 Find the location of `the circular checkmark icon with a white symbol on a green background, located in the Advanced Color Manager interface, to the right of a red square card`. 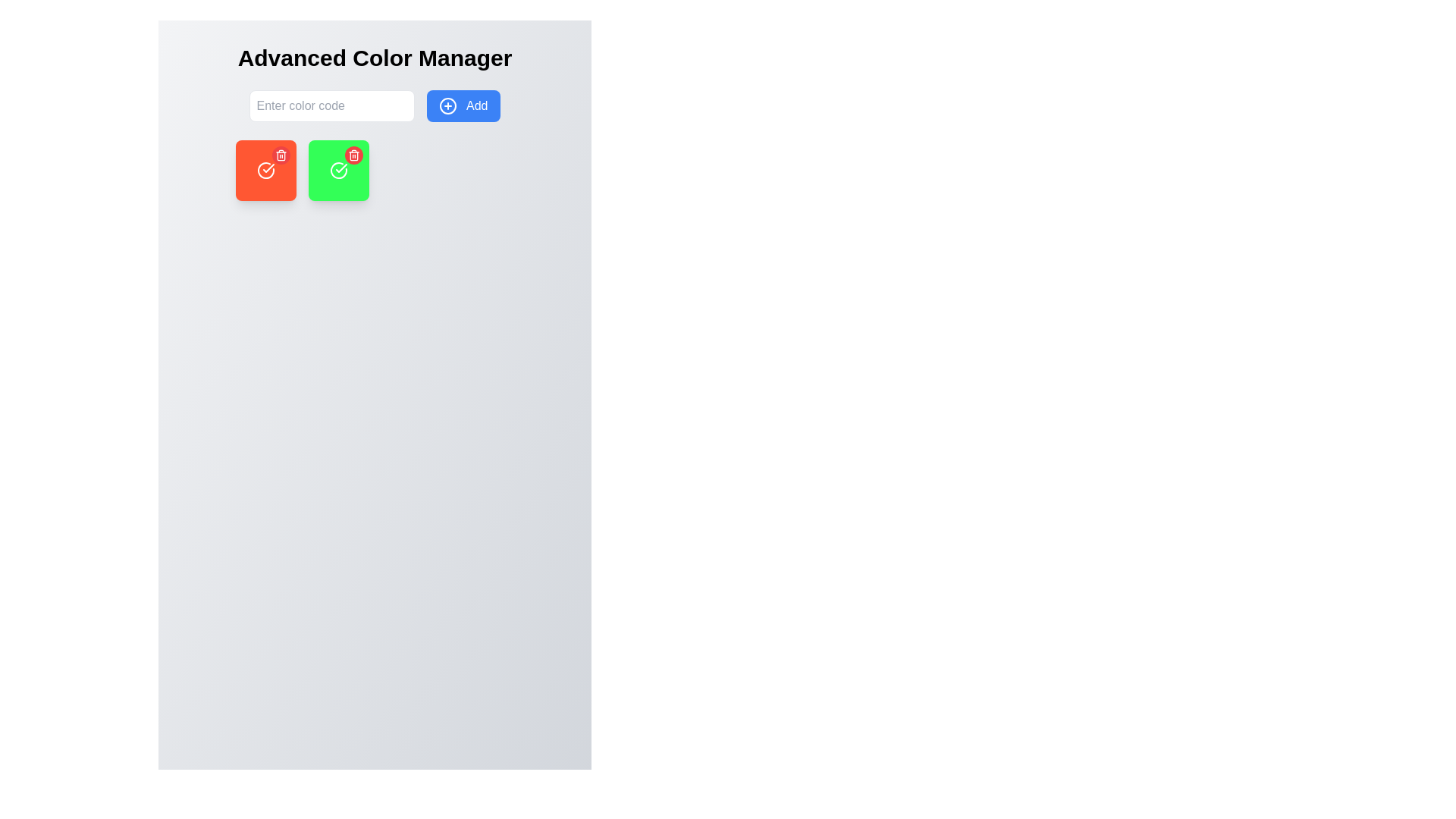

the circular checkmark icon with a white symbol on a green background, located in the Advanced Color Manager interface, to the right of a red square card is located at coordinates (337, 170).